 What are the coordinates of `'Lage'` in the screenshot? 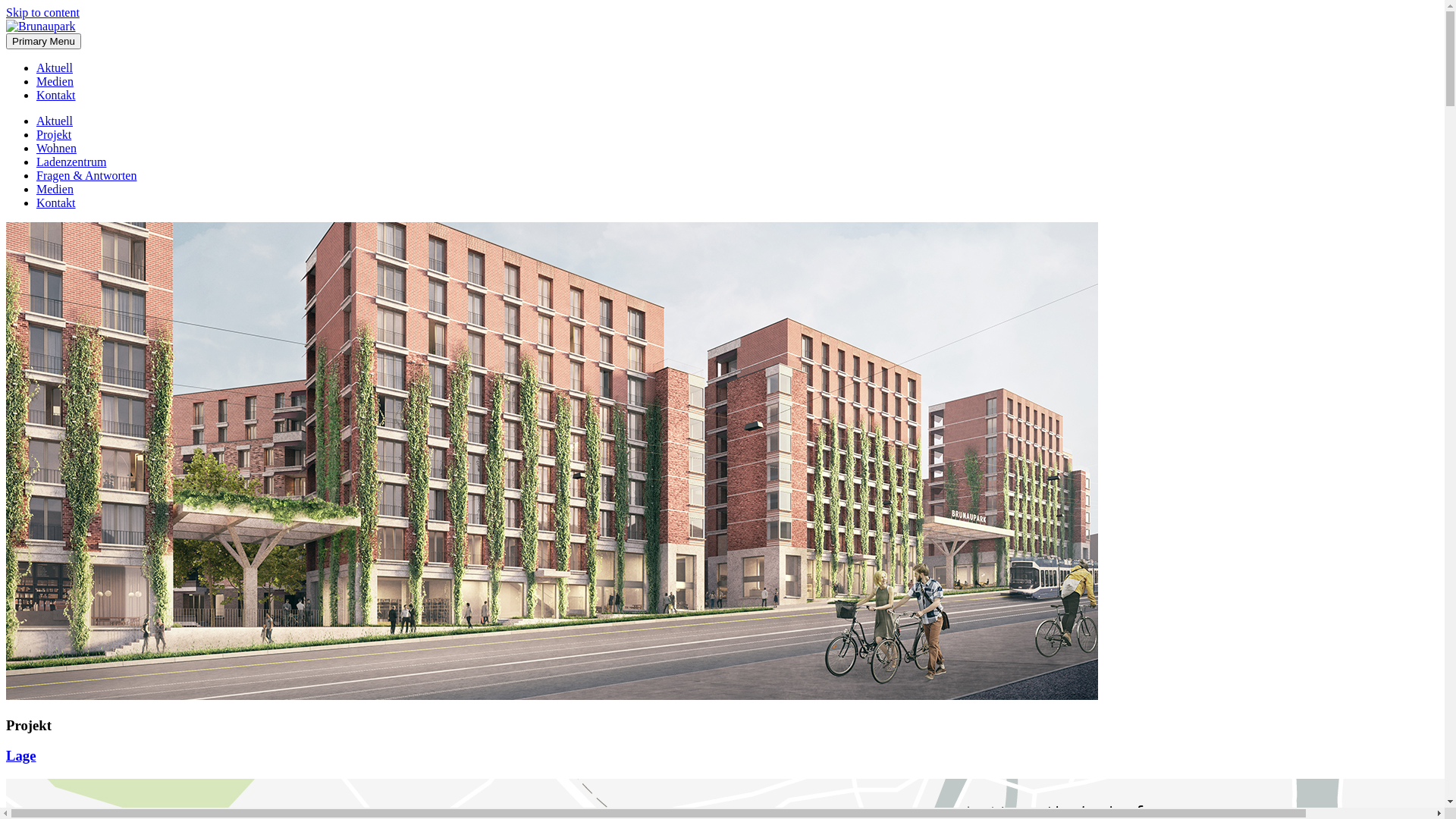 It's located at (20, 755).